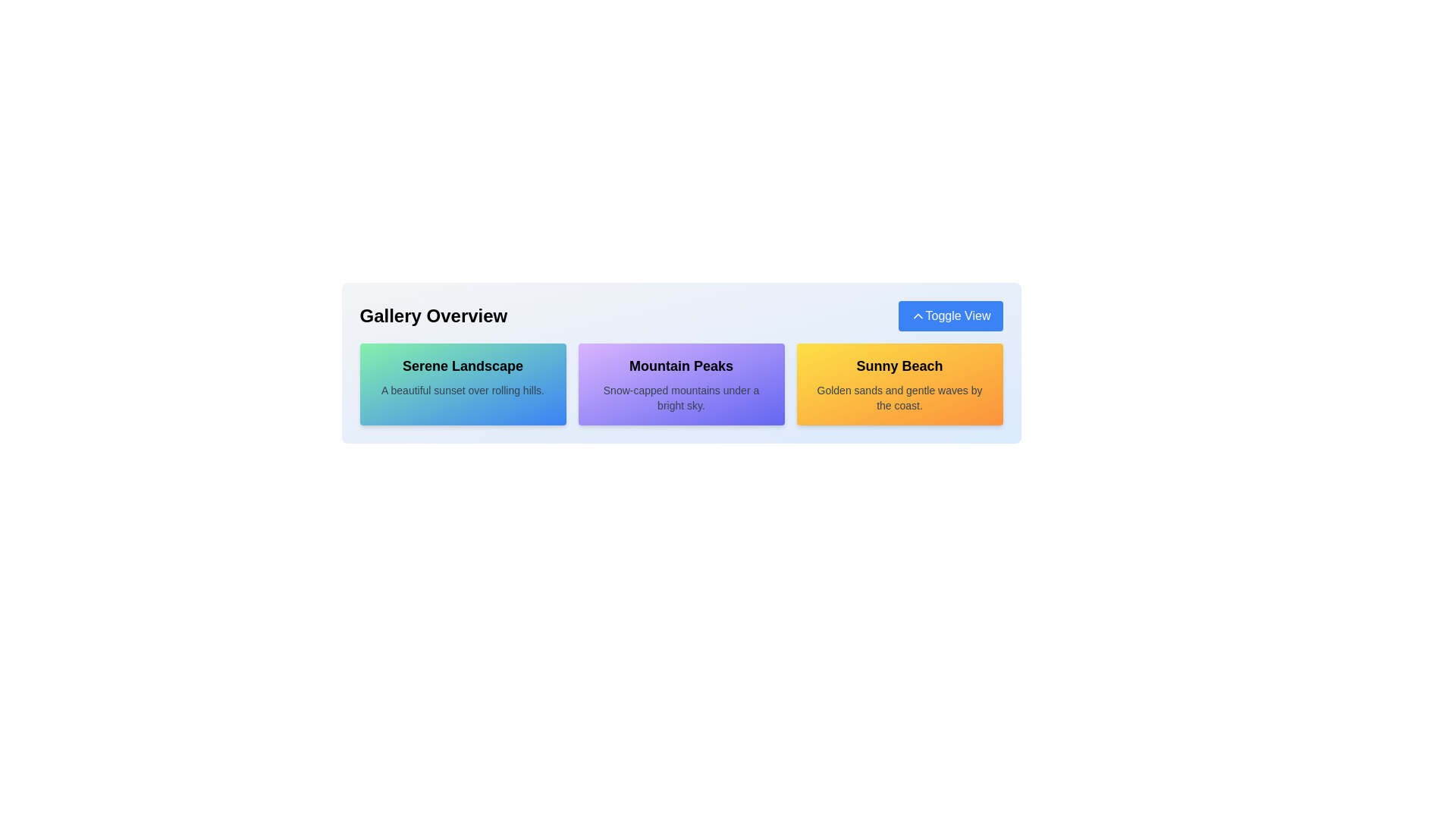  Describe the element at coordinates (462, 383) in the screenshot. I see `the text block that has a gradient background transitioning from green to blue, containing the title 'Serene Landscape' and description 'A beautiful sunset over rolling hills.'` at that location.